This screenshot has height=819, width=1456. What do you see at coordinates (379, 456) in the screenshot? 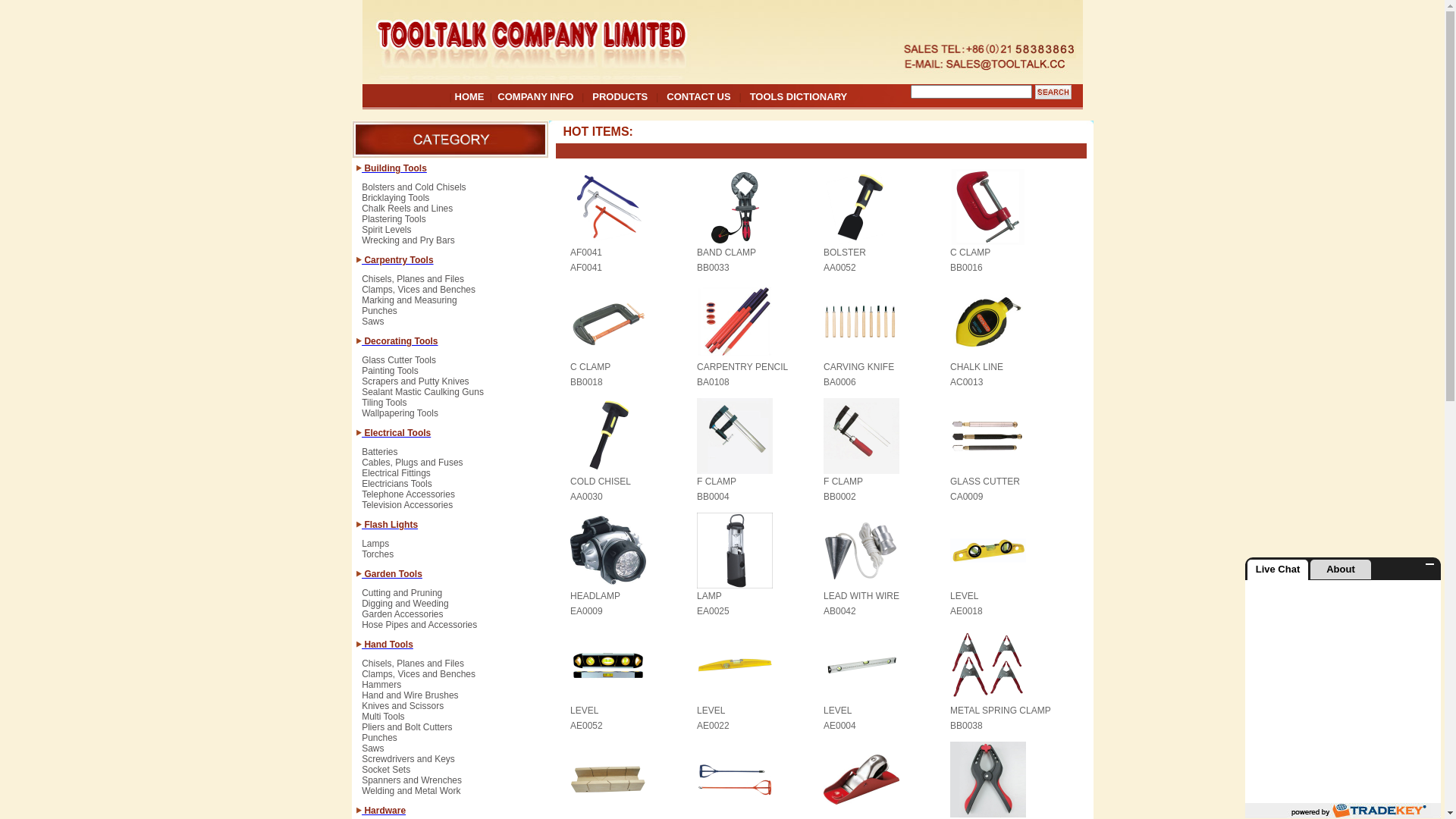
I see `'Batteries'` at bounding box center [379, 456].